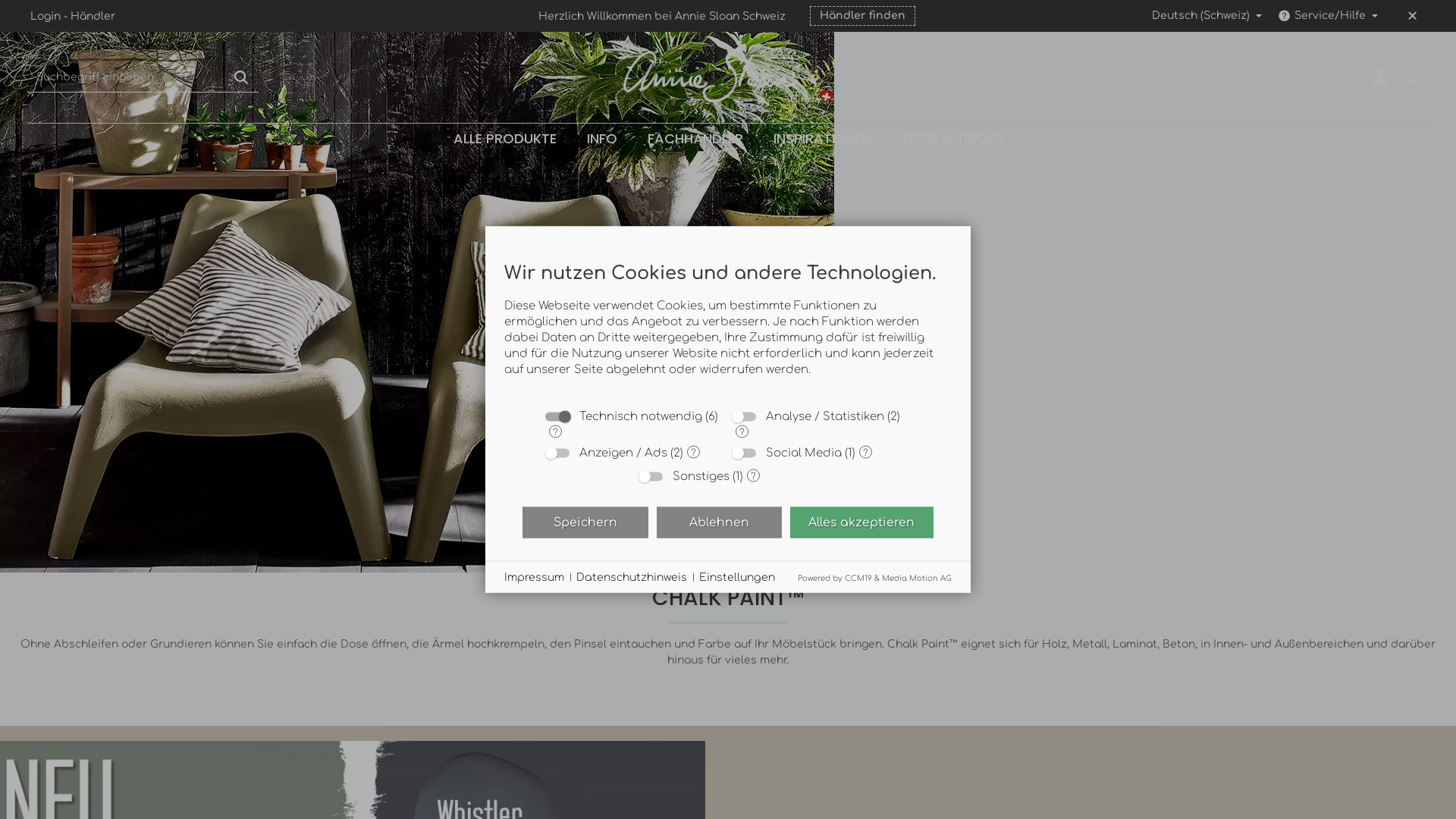 The image size is (1456, 819). What do you see at coordinates (950, 138) in the screenshot?
I see `'TIPPS & TRICKS'` at bounding box center [950, 138].